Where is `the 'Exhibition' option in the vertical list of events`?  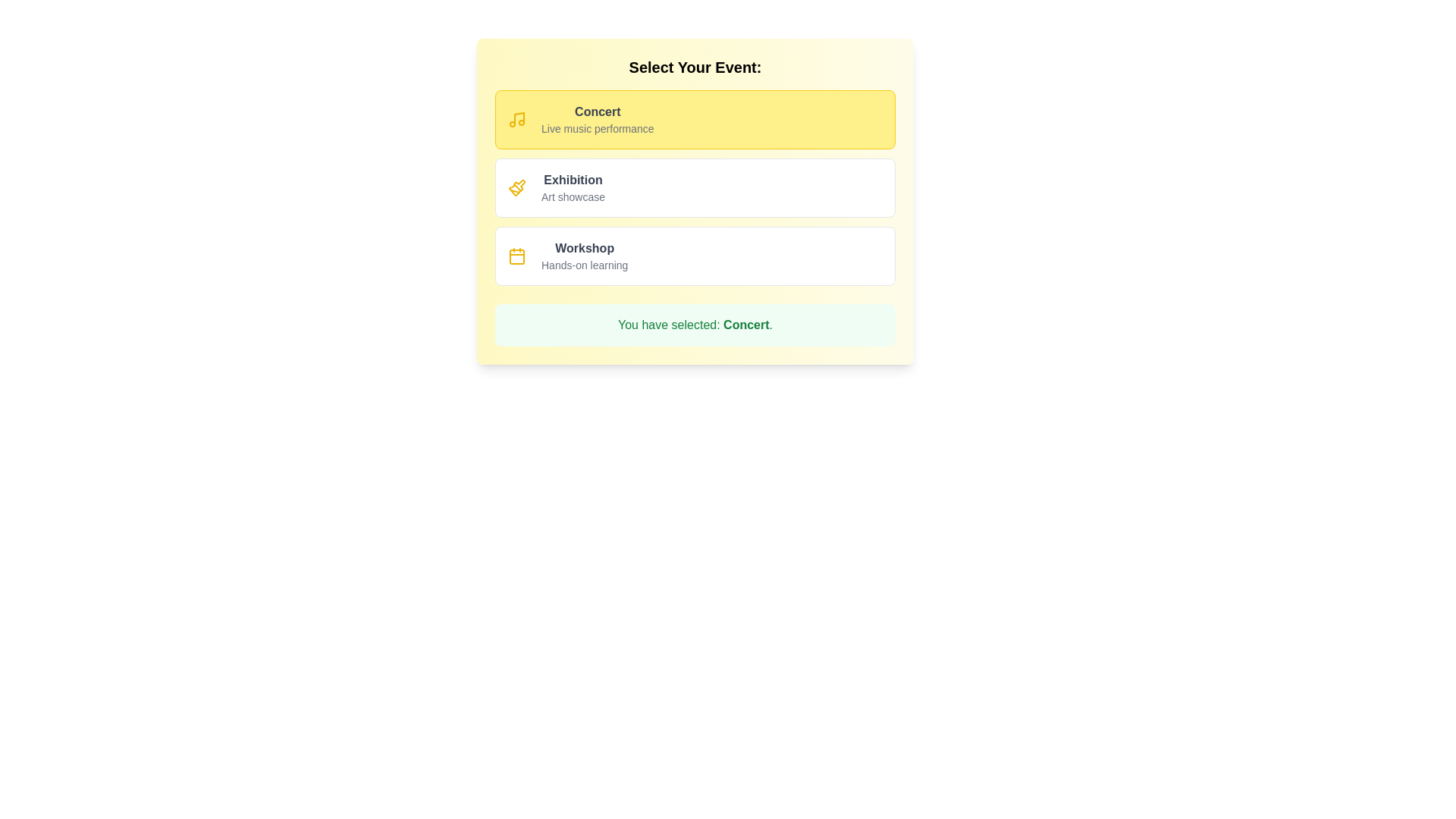
the 'Exhibition' option in the vertical list of events is located at coordinates (694, 187).